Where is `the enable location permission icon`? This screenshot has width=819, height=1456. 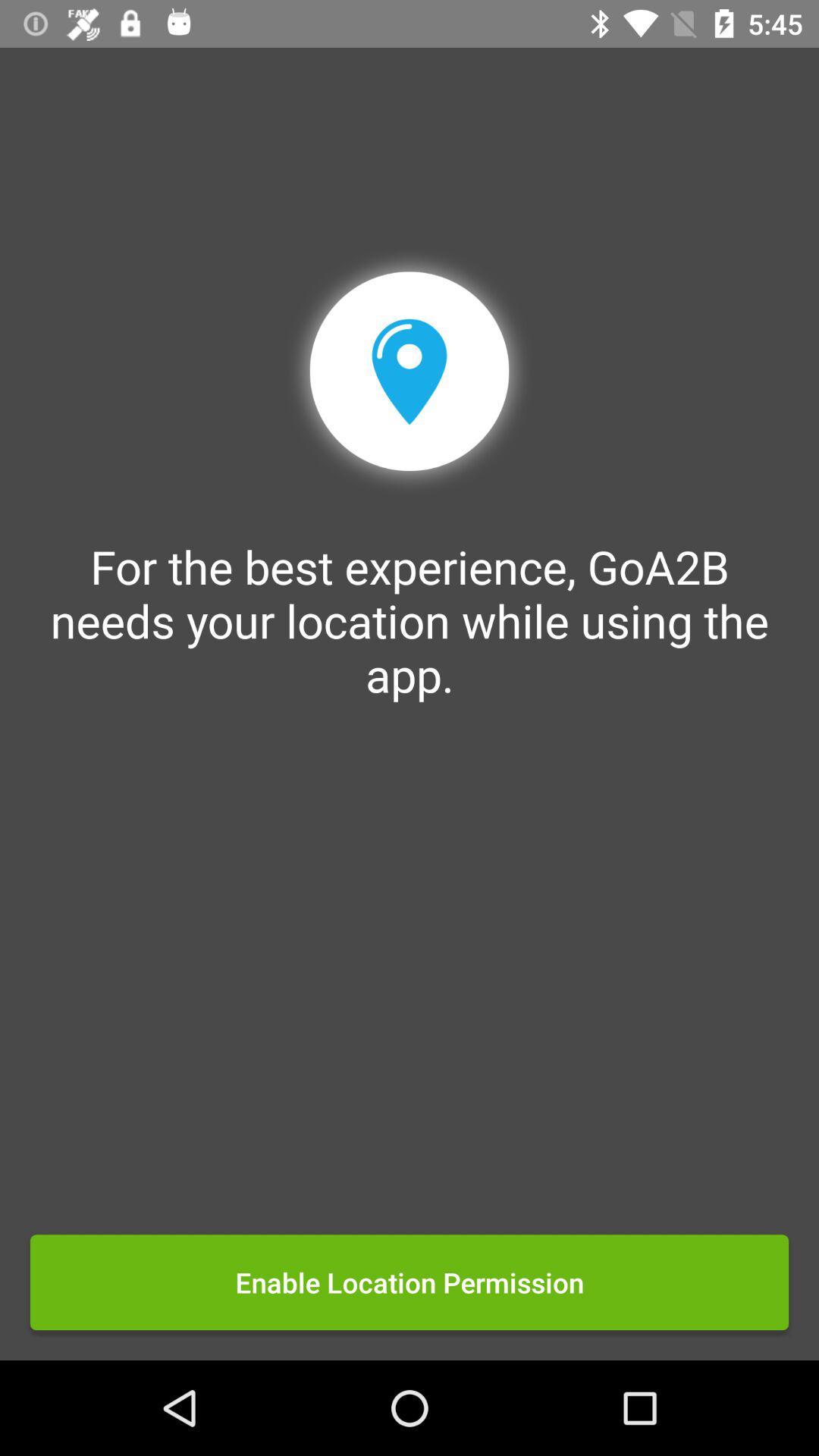
the enable location permission icon is located at coordinates (409, 1282).